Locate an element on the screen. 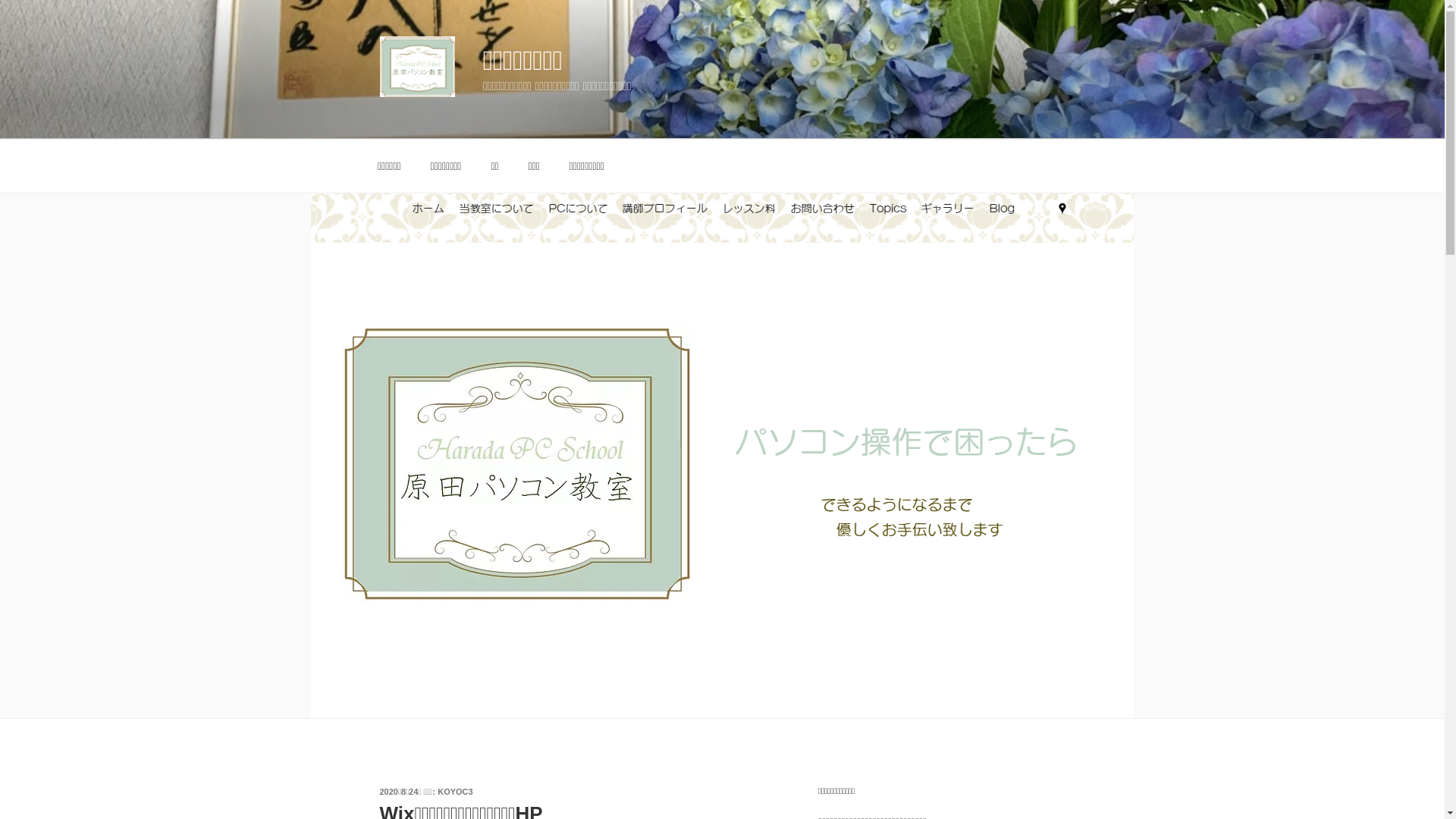  'KOYOC3' is located at coordinates (454, 791).